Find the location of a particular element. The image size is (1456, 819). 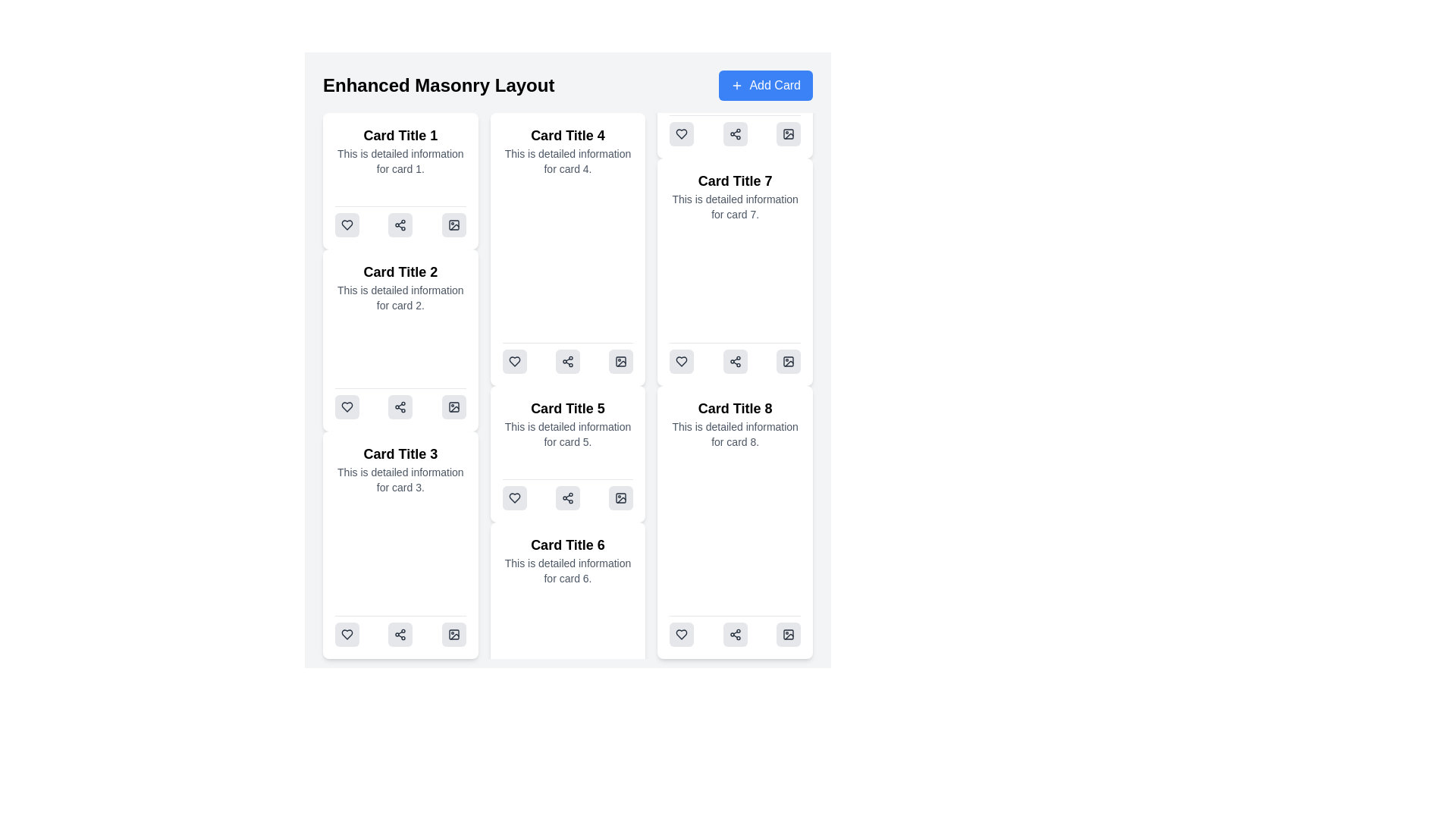

the 'Share' icon button located at the bottom of the card labeled 'Card Title 2' is located at coordinates (400, 403).